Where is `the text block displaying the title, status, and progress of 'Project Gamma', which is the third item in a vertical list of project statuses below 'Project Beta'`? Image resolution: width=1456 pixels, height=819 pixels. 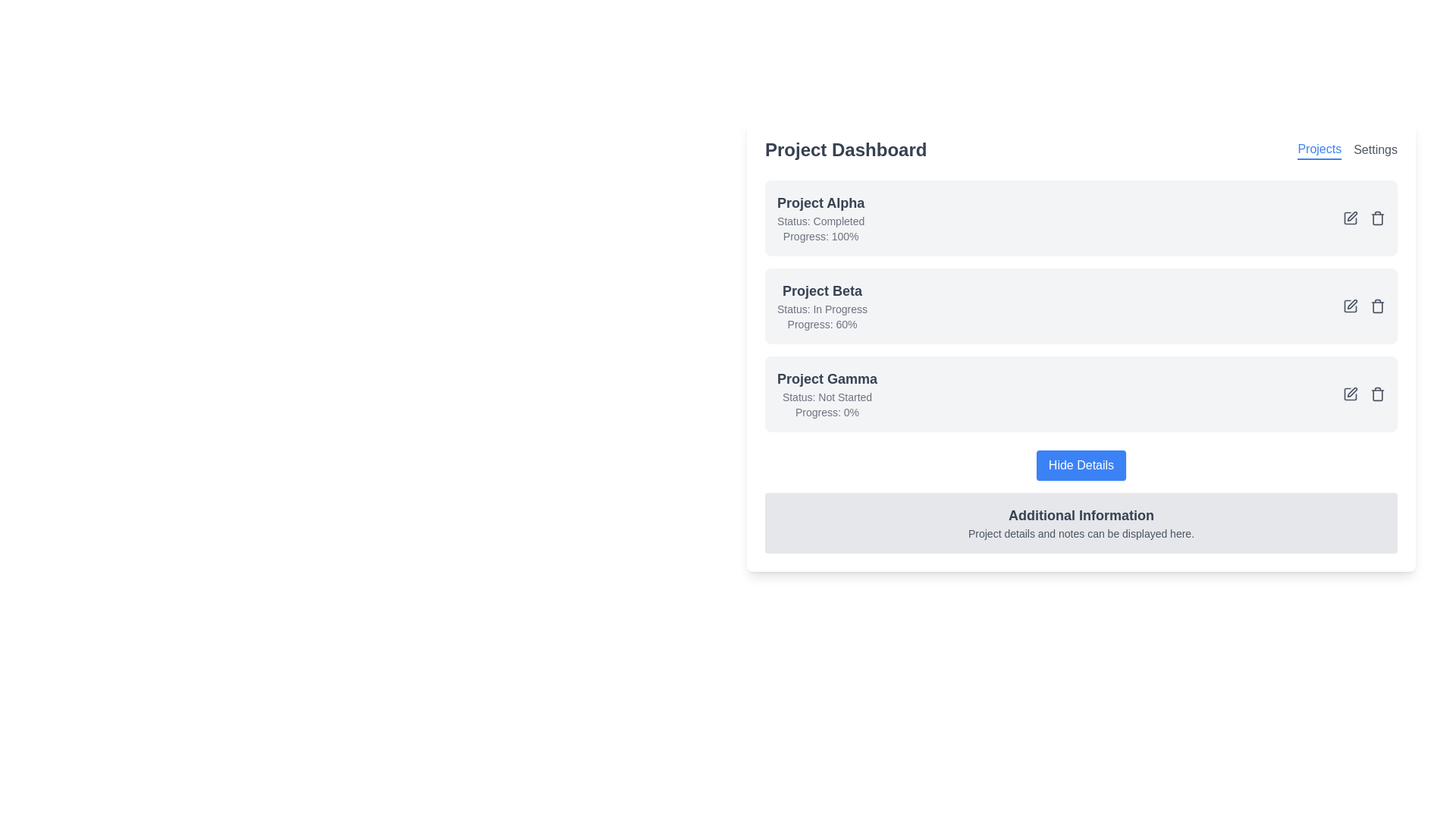
the text block displaying the title, status, and progress of 'Project Gamma', which is the third item in a vertical list of project statuses below 'Project Beta' is located at coordinates (826, 394).